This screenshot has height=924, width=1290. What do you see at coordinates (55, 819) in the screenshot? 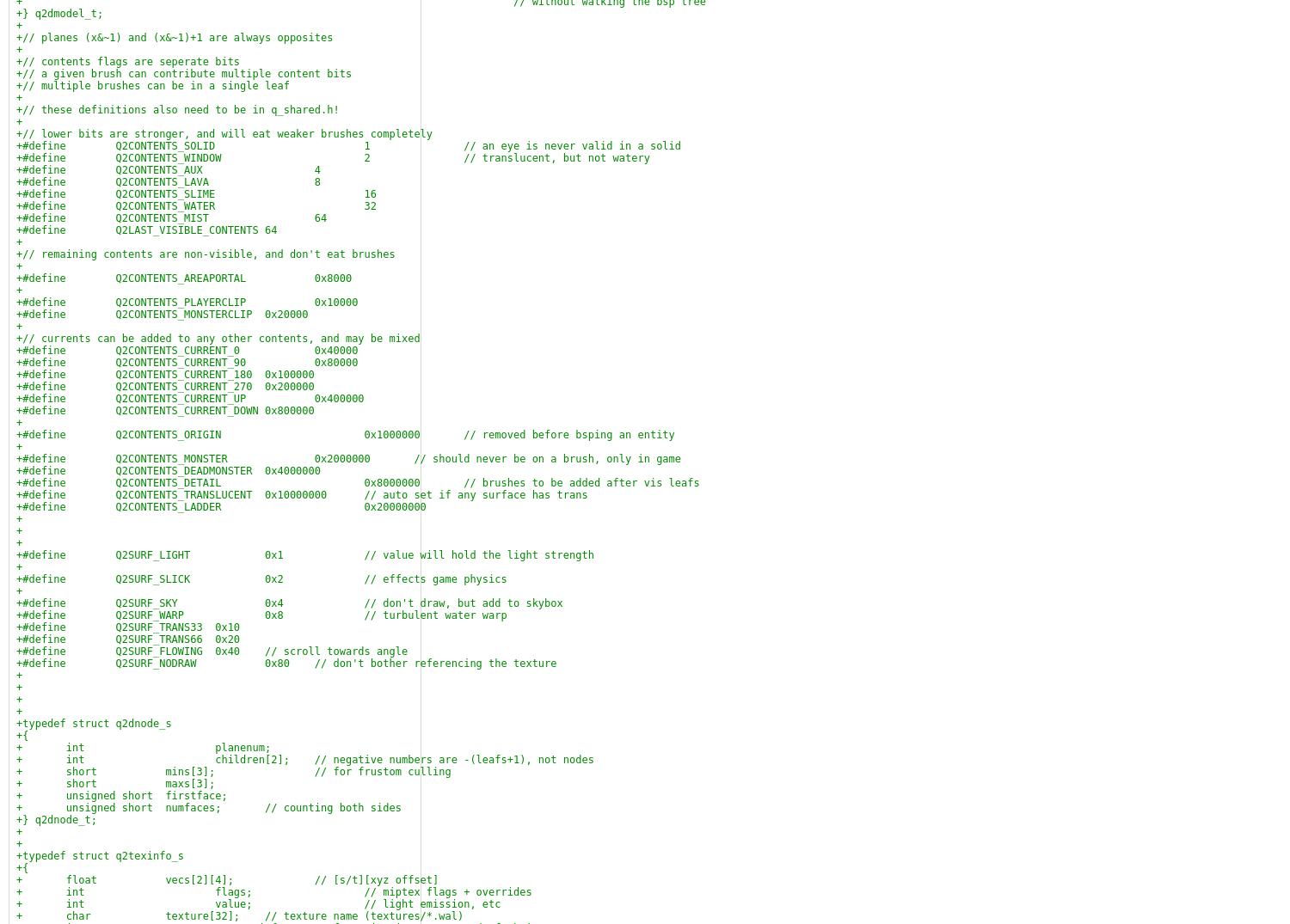
I see `'+} q2dnode_t;'` at bounding box center [55, 819].